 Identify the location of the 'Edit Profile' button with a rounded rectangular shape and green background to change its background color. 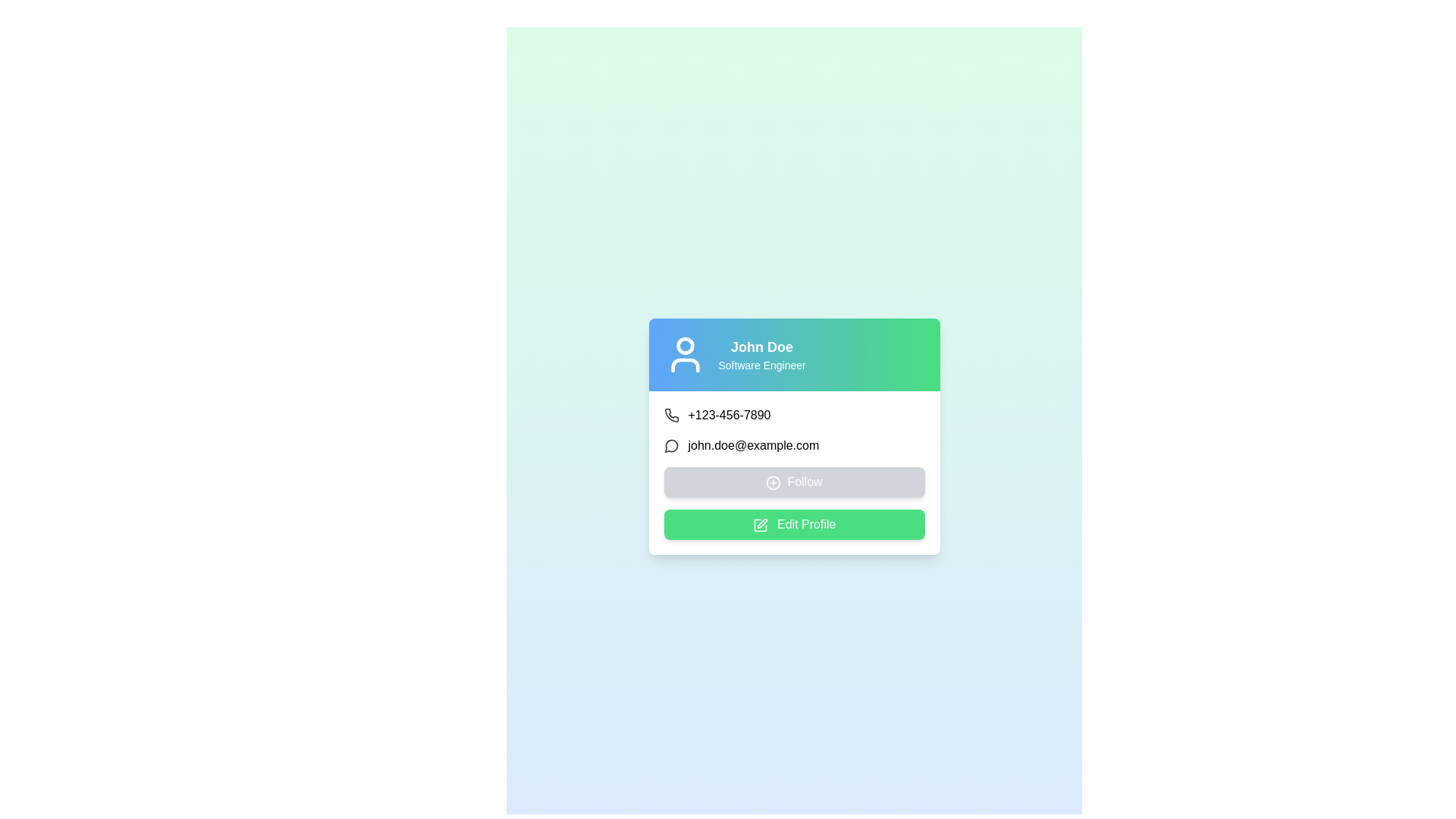
(793, 523).